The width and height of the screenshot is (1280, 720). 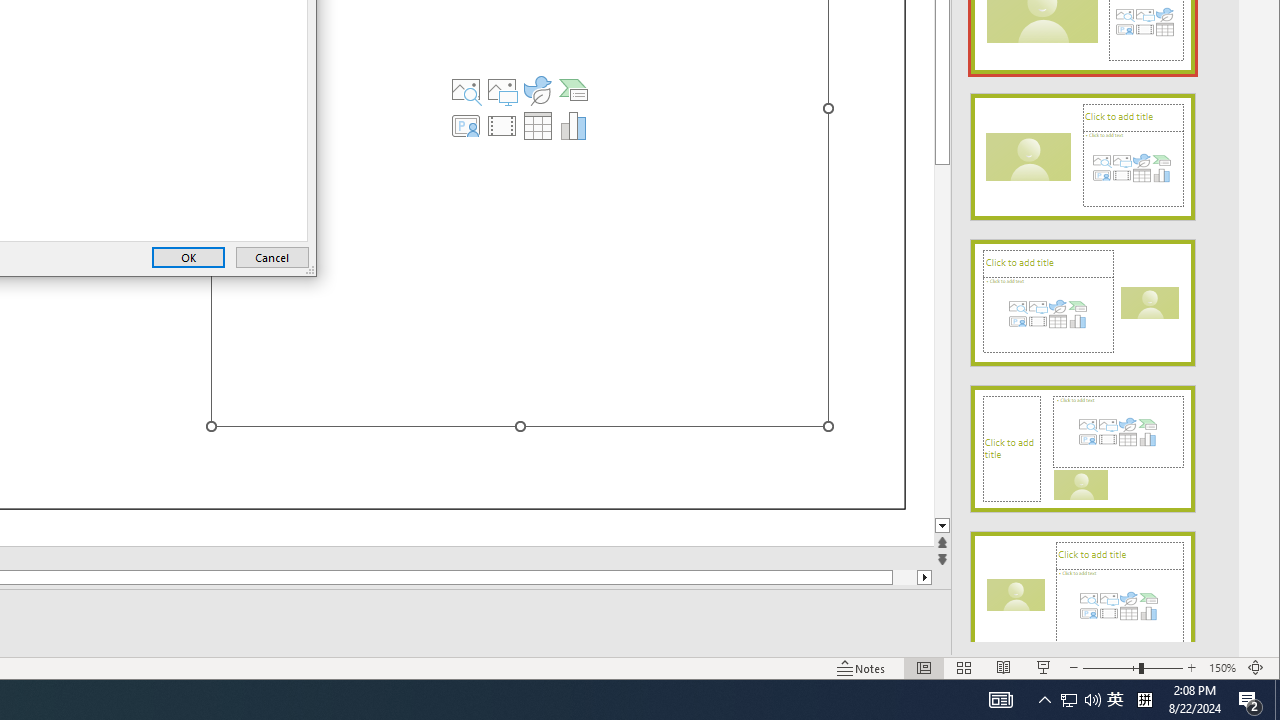 What do you see at coordinates (465, 90) in the screenshot?
I see `'Stock Images'` at bounding box center [465, 90].